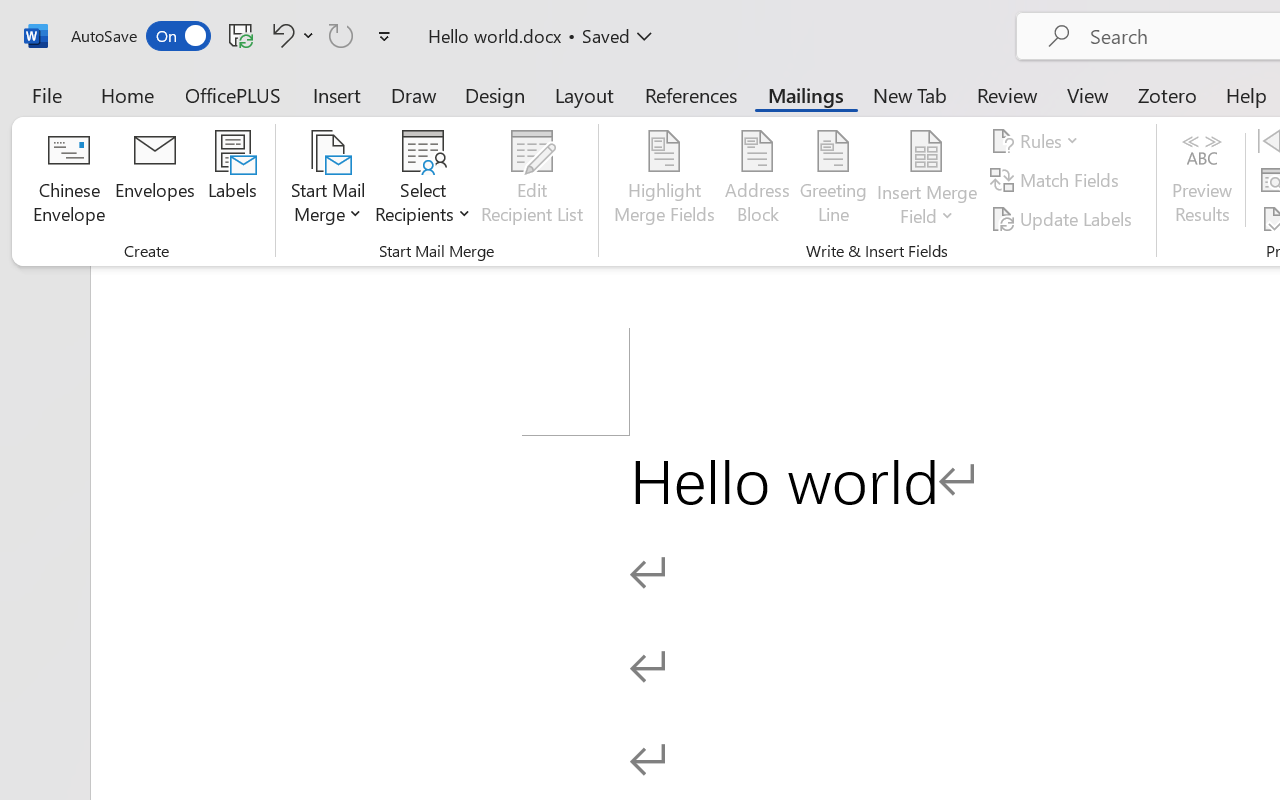 Image resolution: width=1280 pixels, height=800 pixels. Describe the element at coordinates (328, 179) in the screenshot. I see `'Start Mail Merge'` at that location.